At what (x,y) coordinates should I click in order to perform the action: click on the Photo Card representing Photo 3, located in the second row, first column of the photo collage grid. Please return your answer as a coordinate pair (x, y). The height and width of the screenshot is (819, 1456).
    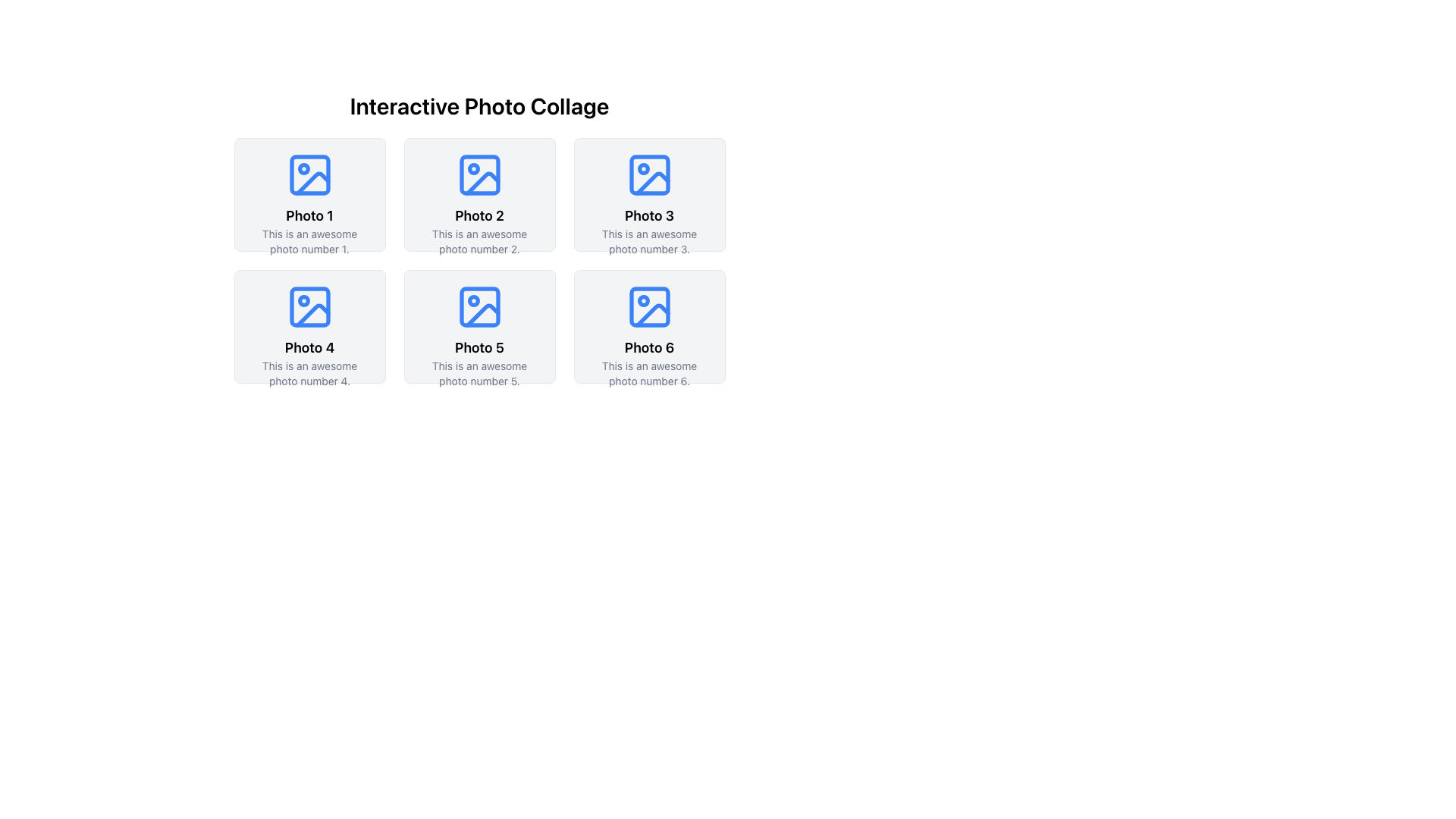
    Looking at the image, I should click on (649, 194).